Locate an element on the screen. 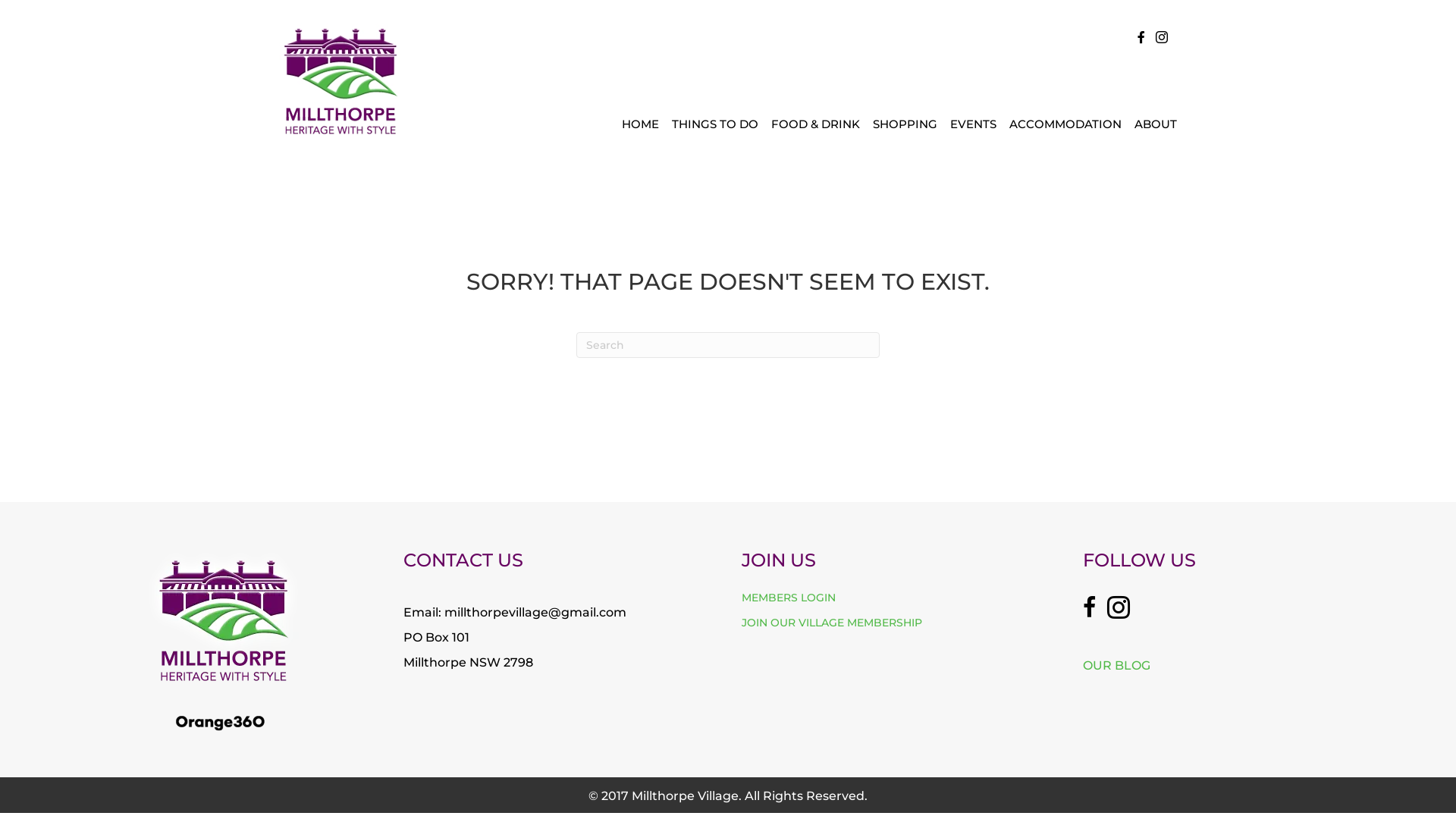 This screenshot has height=819, width=1456. 'JOIN OUR VILLAGE MEMBERSHIP' is located at coordinates (742, 623).